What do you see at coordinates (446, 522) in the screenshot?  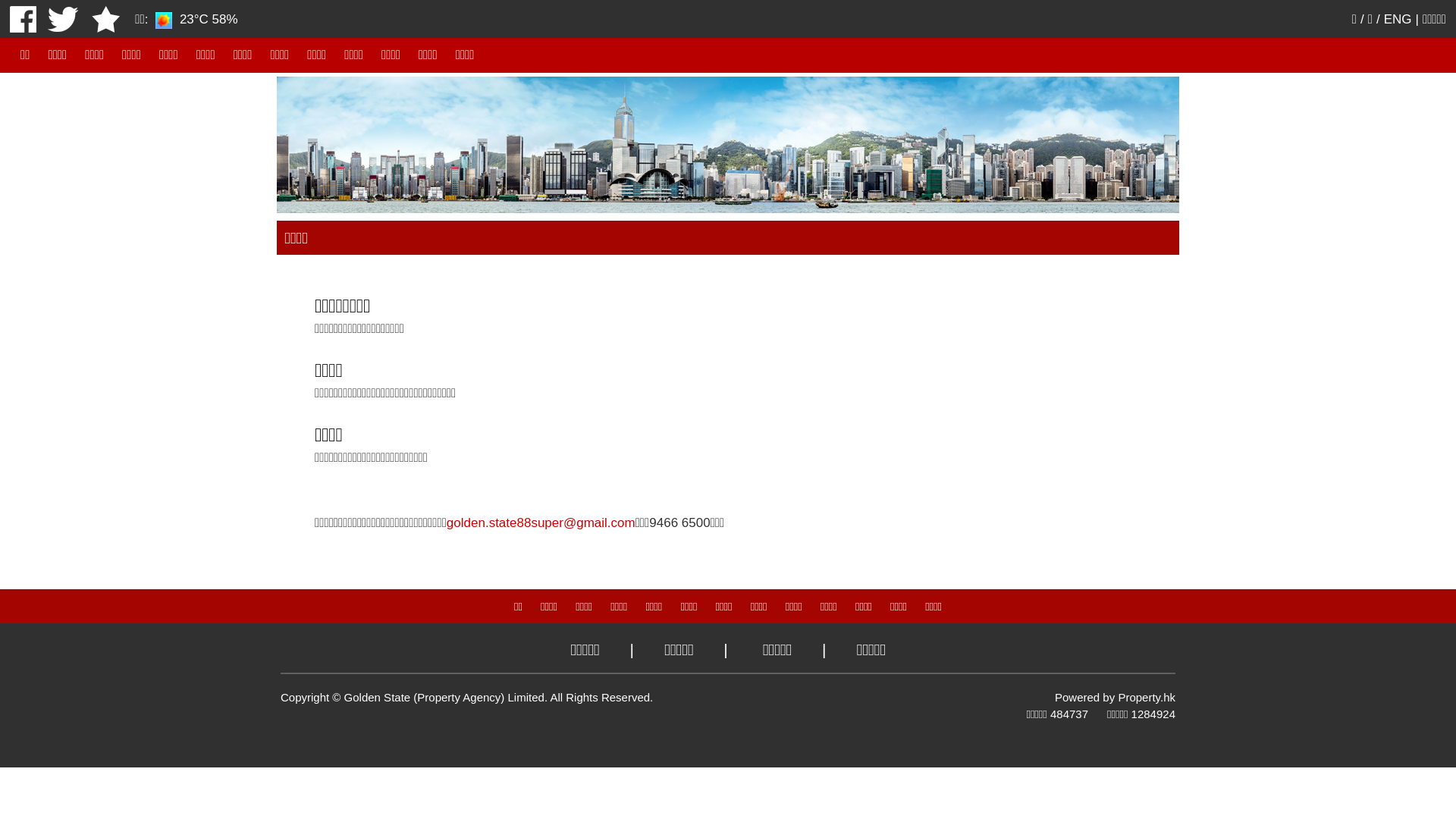 I see `'golden.state88super@gmail.com'` at bounding box center [446, 522].